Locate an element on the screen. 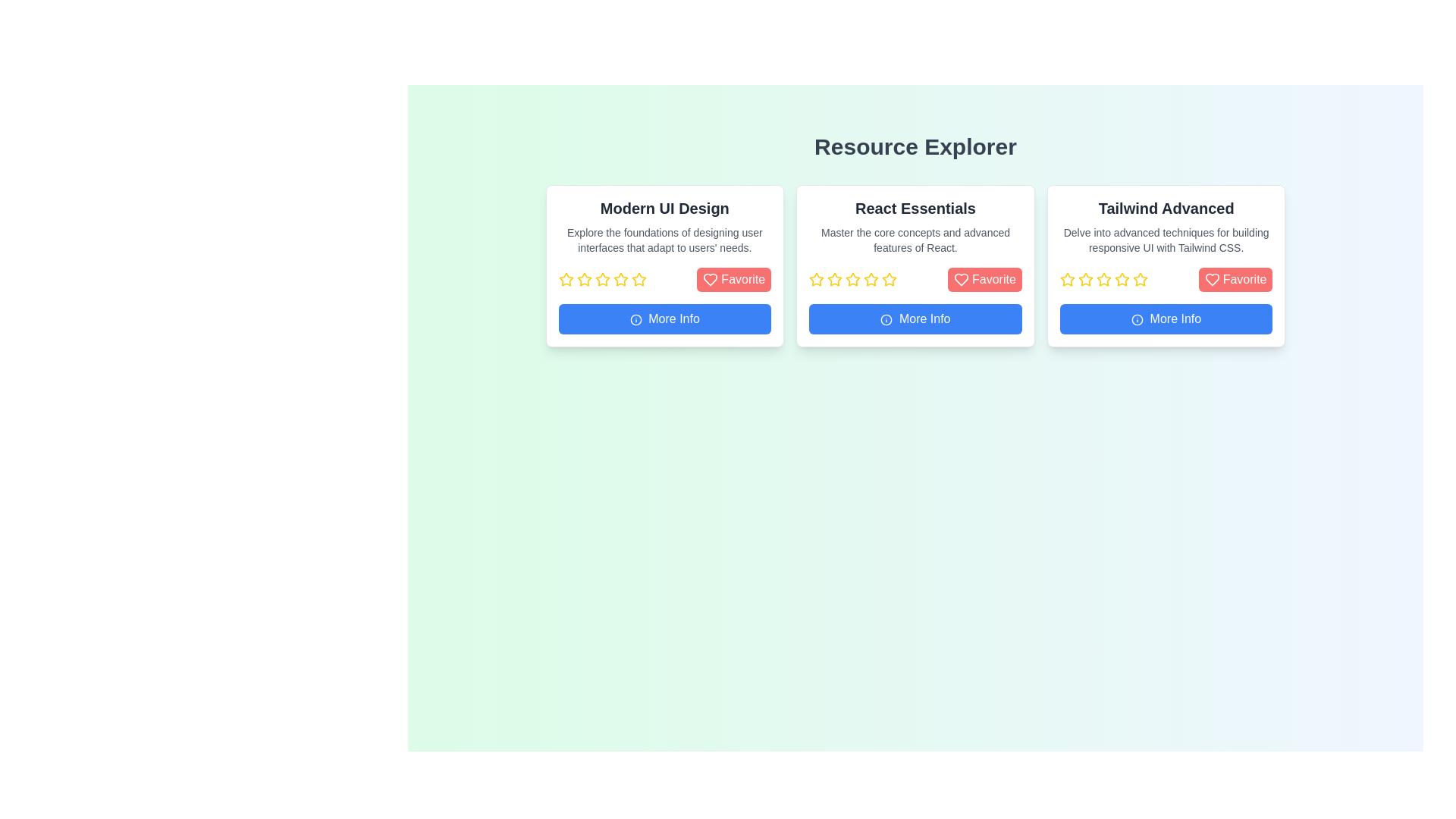 This screenshot has height=819, width=1456. the button located at the bottom of the 'Tailwind Advanced' card, below the 'Favorite' button, to change its background color is located at coordinates (1166, 318).